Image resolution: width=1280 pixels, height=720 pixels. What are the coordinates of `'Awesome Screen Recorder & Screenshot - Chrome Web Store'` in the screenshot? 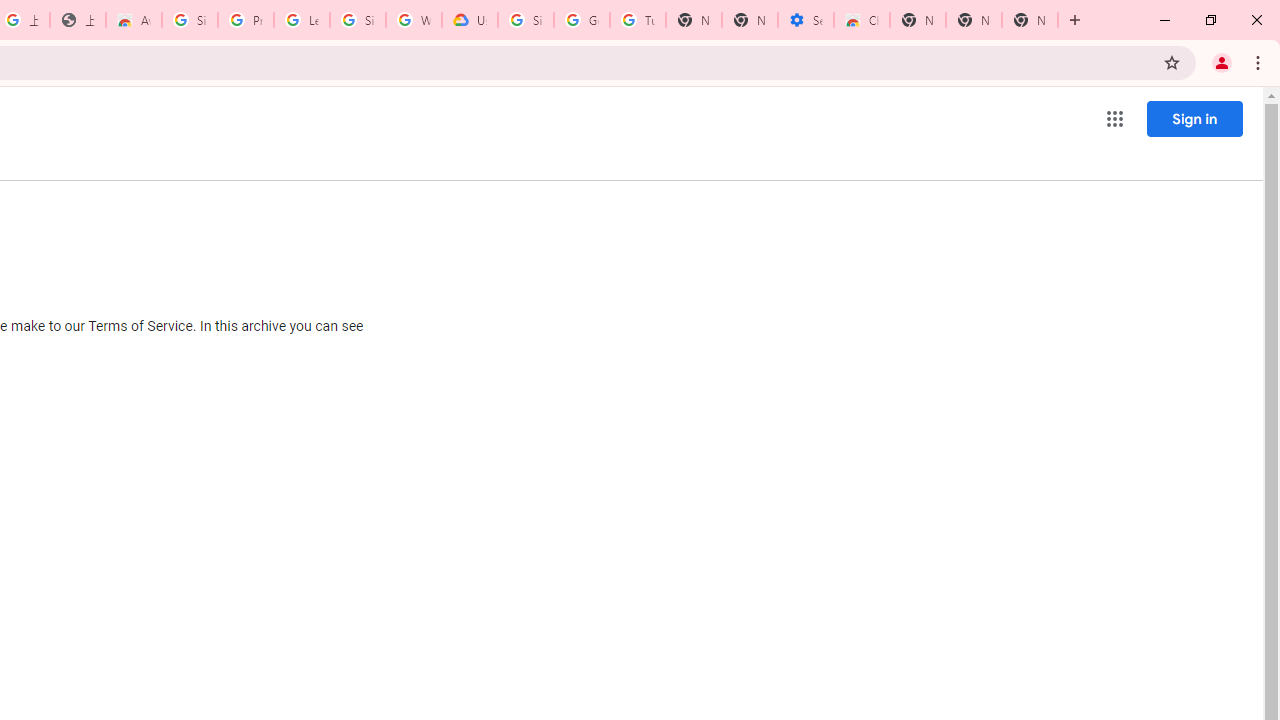 It's located at (133, 20).